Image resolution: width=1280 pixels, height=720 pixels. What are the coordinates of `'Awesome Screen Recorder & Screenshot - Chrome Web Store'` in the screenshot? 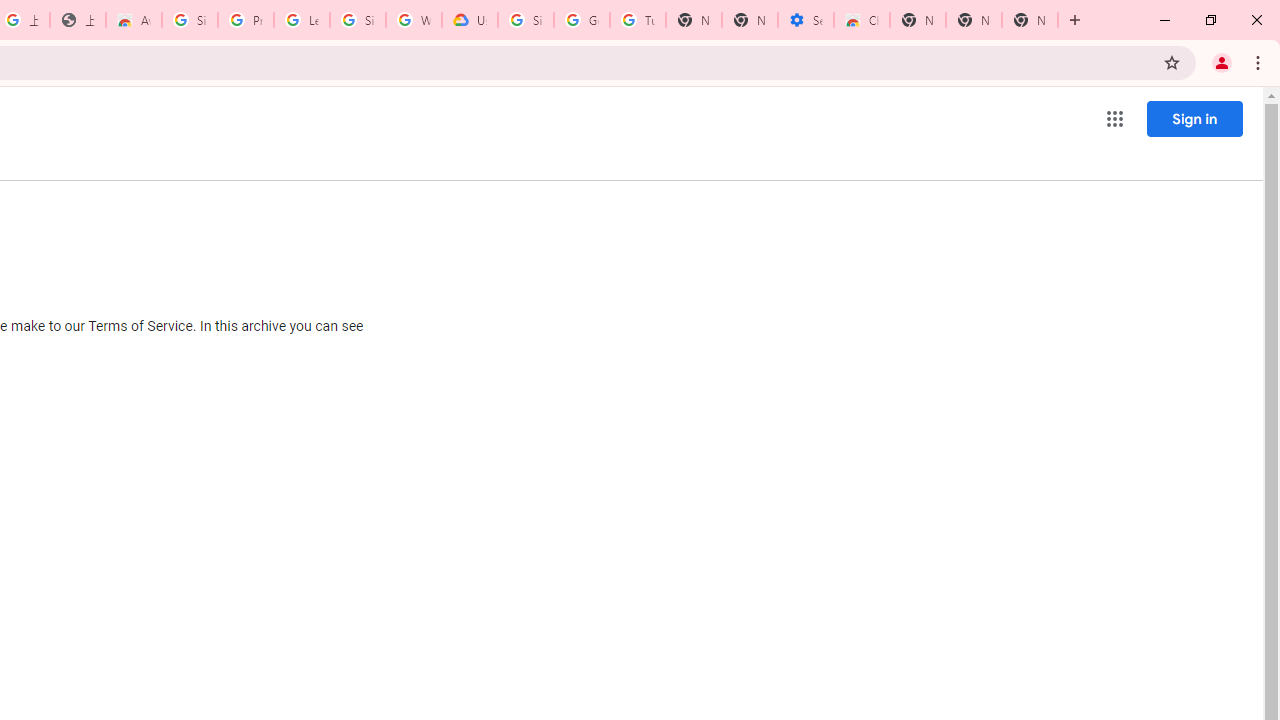 It's located at (133, 20).